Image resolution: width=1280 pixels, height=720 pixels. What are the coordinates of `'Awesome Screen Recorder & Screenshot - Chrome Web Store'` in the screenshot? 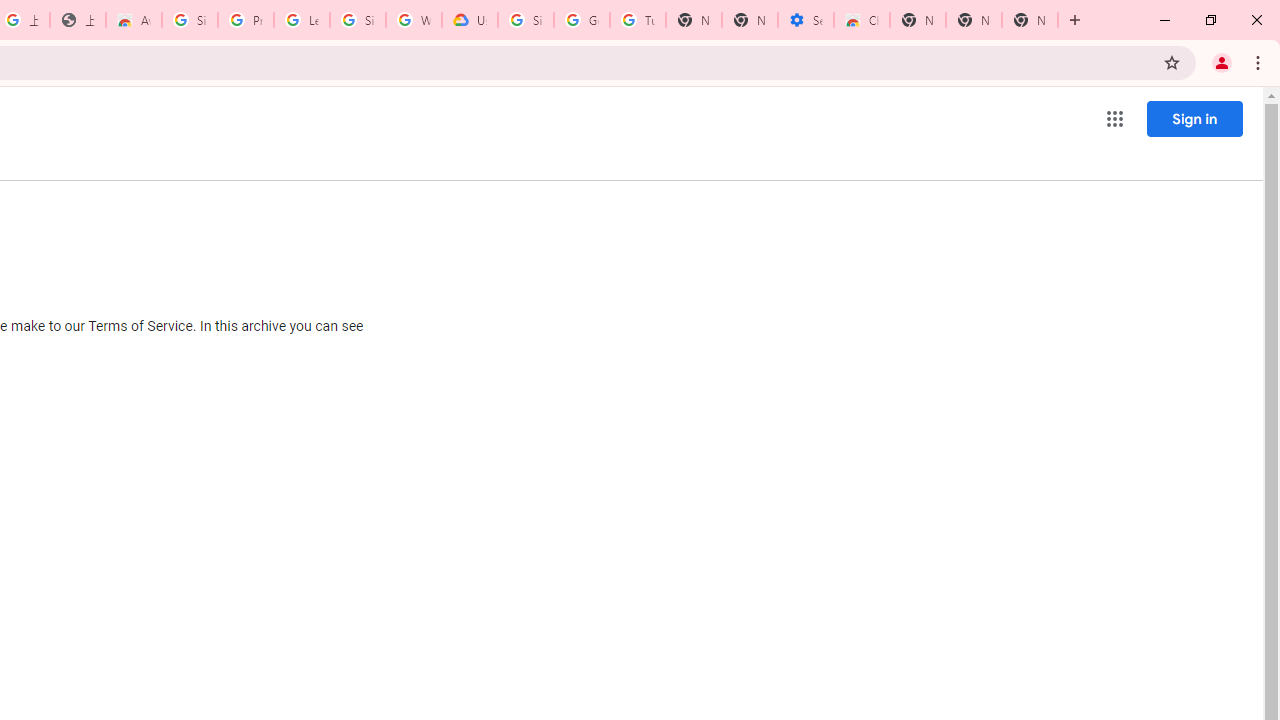 It's located at (133, 20).